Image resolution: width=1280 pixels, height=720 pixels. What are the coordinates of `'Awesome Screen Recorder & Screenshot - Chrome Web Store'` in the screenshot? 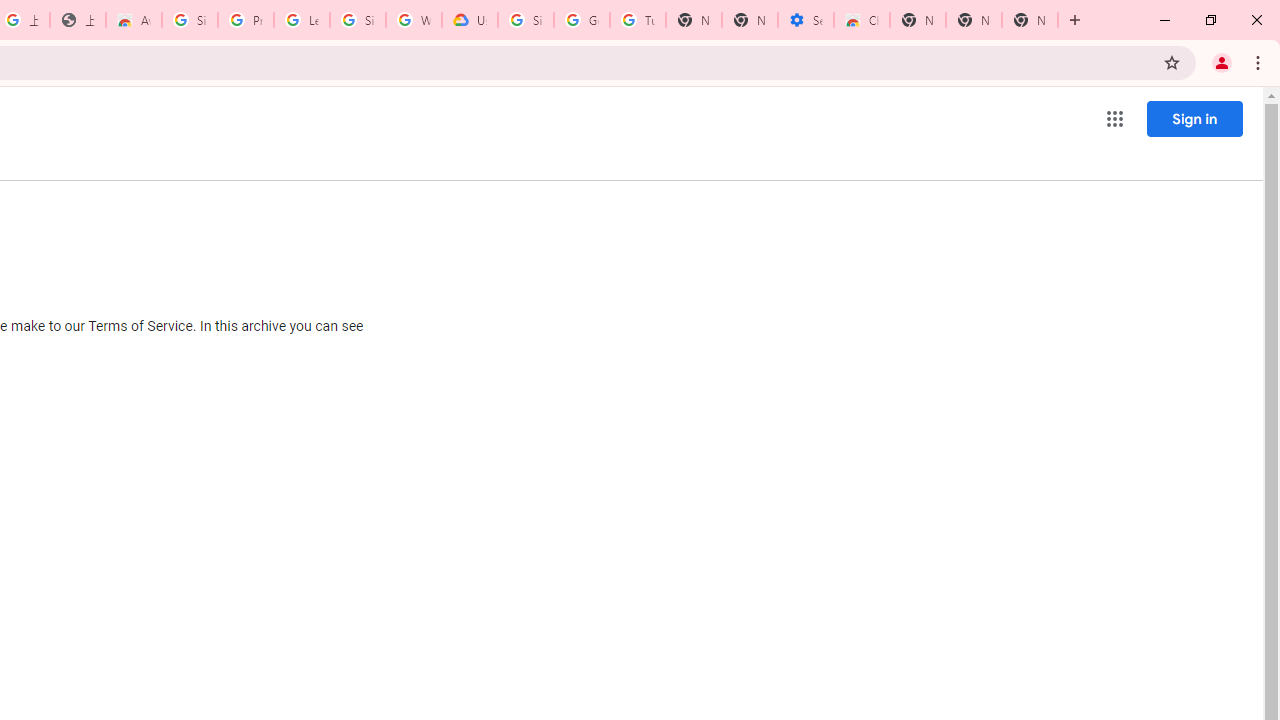 It's located at (133, 20).